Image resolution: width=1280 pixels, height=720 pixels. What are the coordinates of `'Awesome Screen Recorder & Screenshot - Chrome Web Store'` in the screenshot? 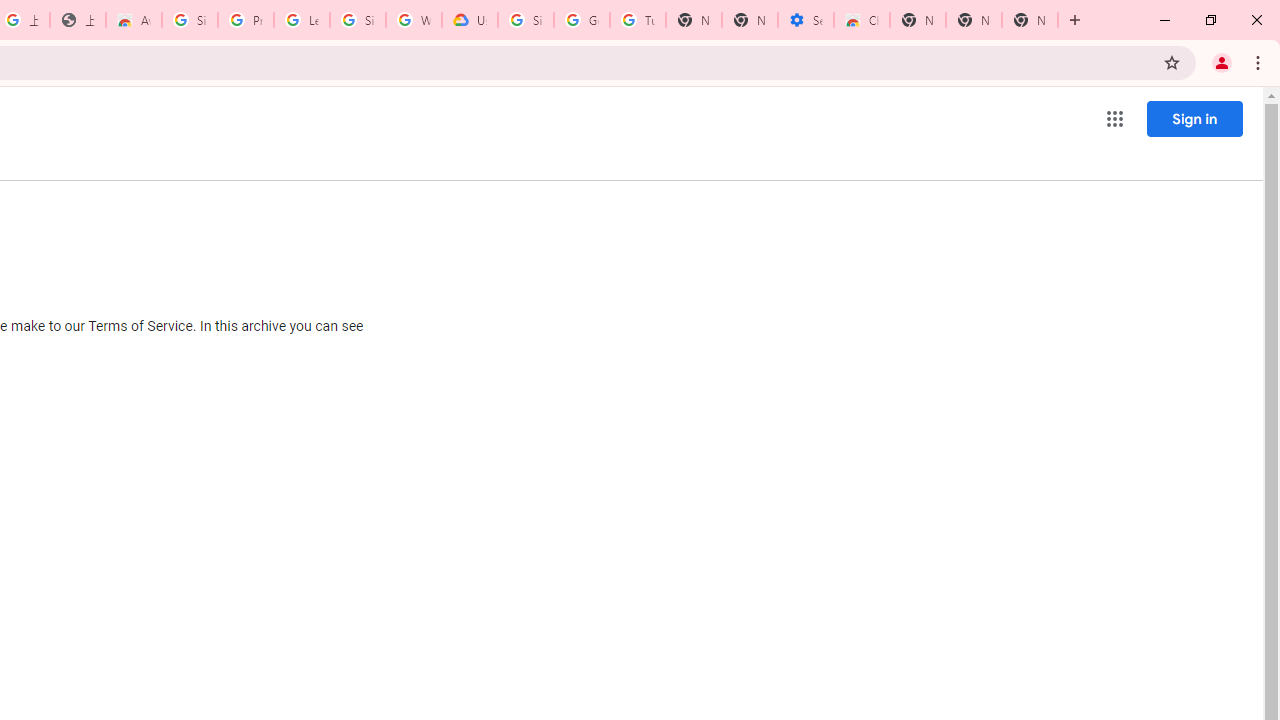 It's located at (133, 20).